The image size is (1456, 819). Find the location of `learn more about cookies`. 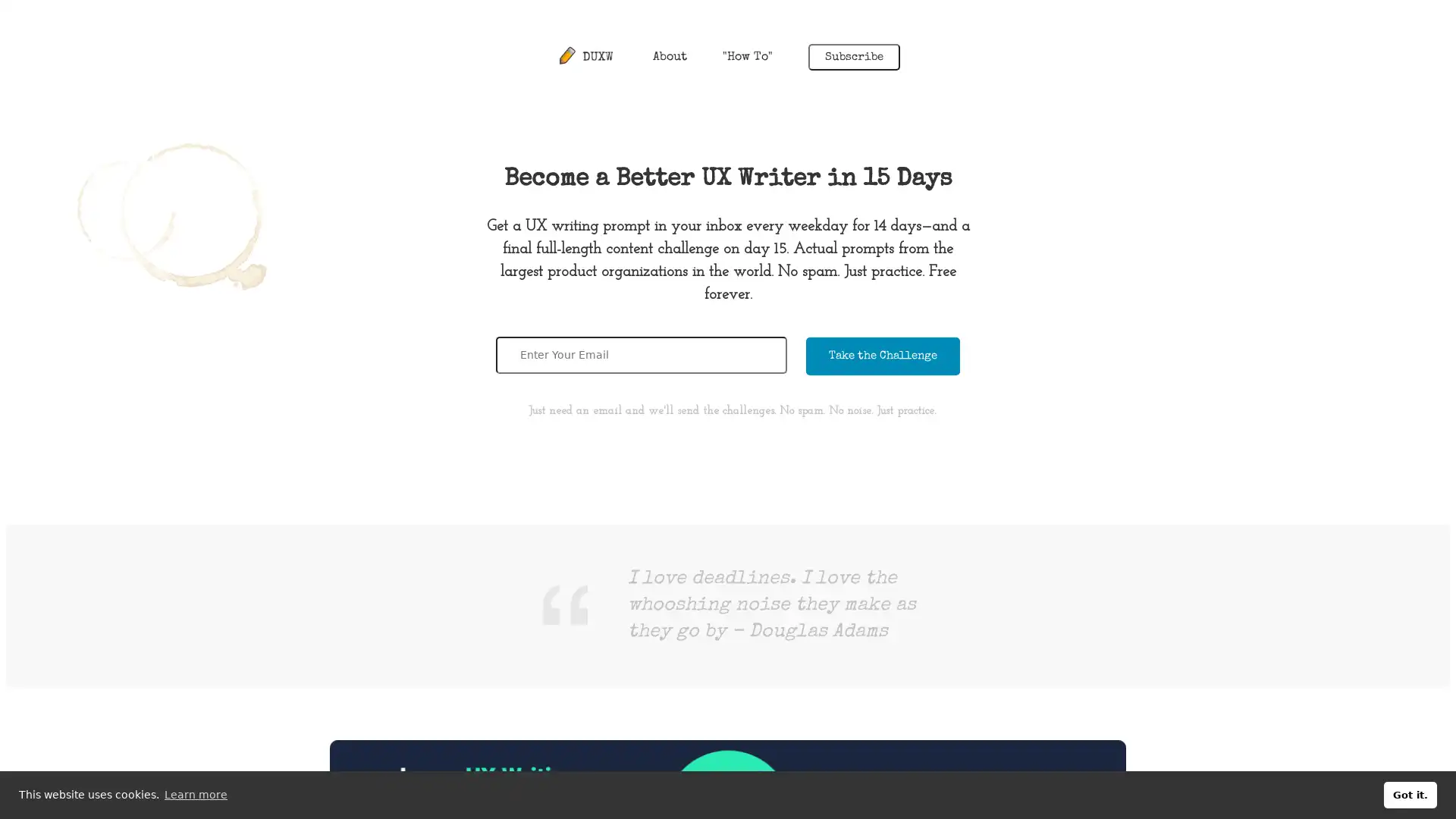

learn more about cookies is located at coordinates (195, 794).